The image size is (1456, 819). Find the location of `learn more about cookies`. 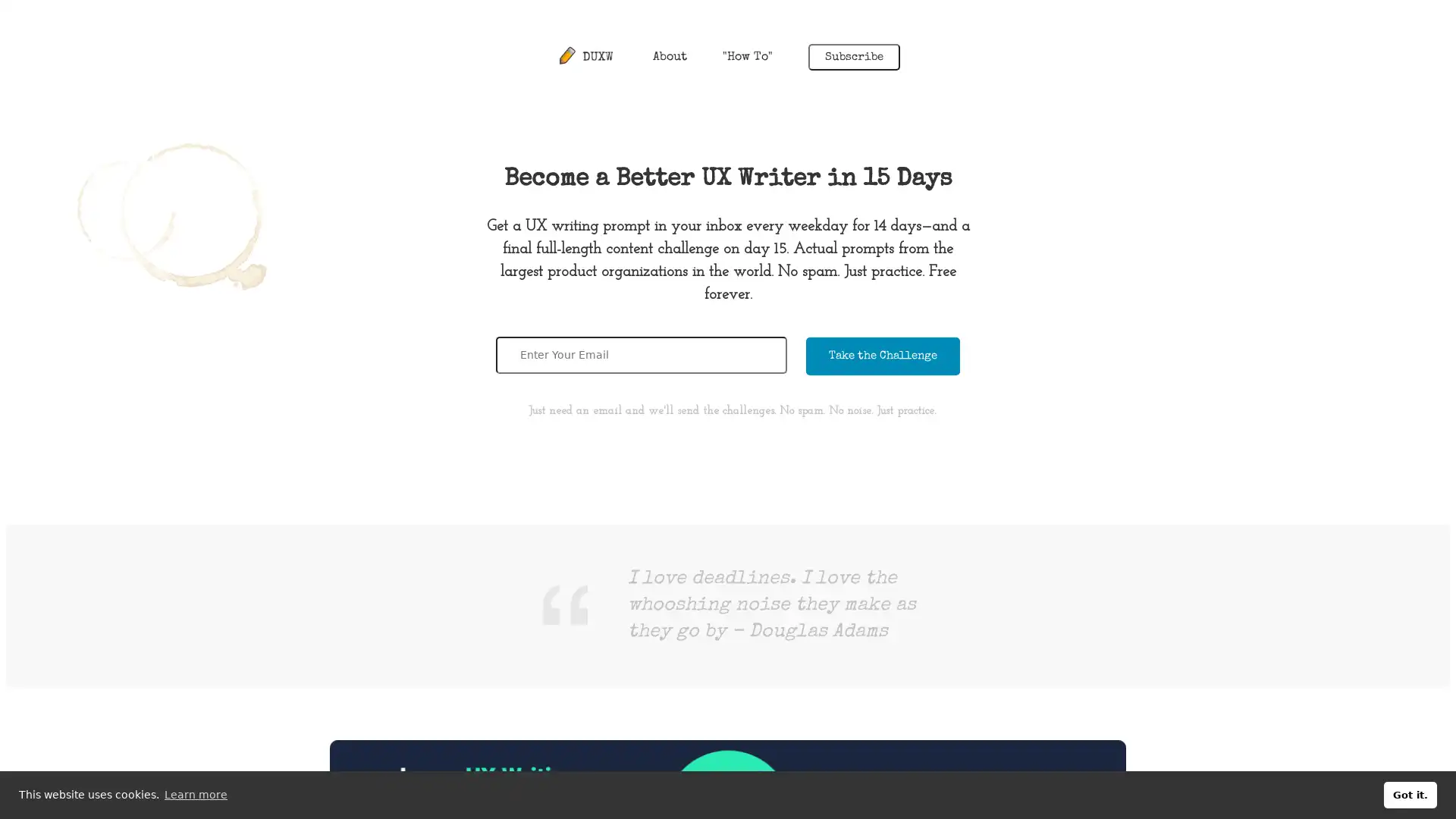

learn more about cookies is located at coordinates (195, 794).